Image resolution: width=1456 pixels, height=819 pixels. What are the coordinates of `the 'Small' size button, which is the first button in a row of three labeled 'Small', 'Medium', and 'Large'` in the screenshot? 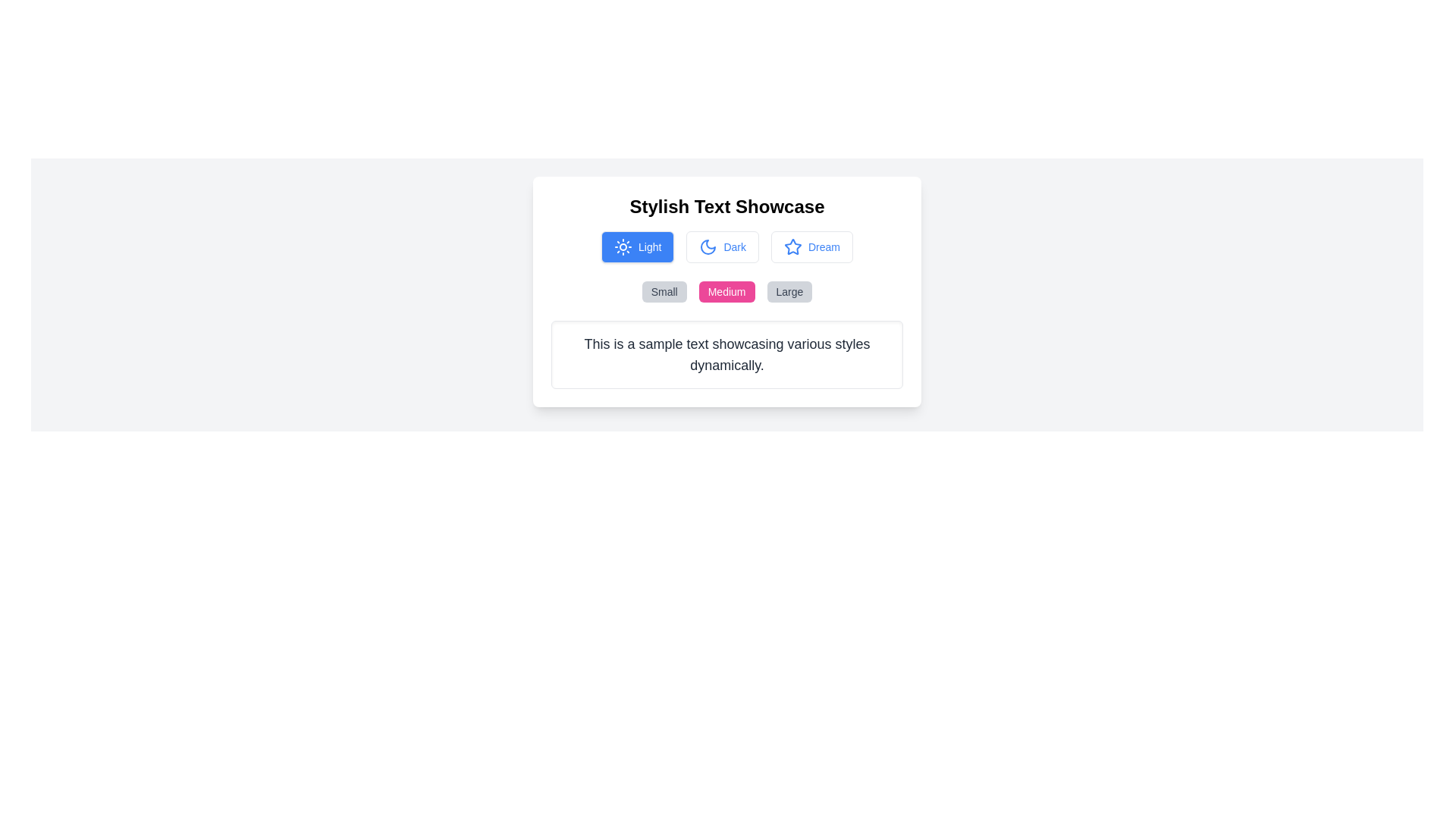 It's located at (664, 292).